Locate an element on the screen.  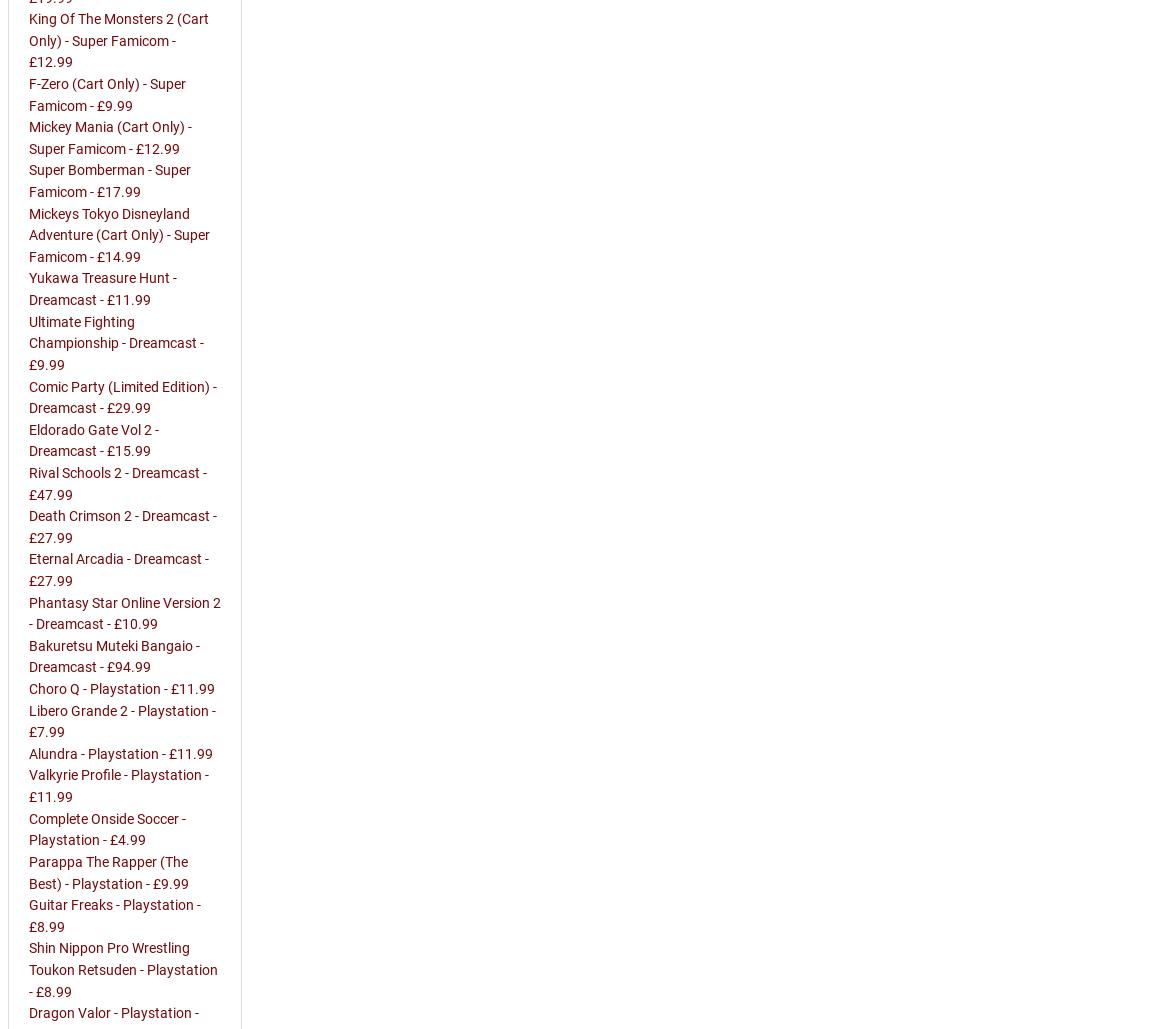
'Shin Nippon Pro Wrestling Toukon Retsuden - Playstation - £8.99' is located at coordinates (123, 969).